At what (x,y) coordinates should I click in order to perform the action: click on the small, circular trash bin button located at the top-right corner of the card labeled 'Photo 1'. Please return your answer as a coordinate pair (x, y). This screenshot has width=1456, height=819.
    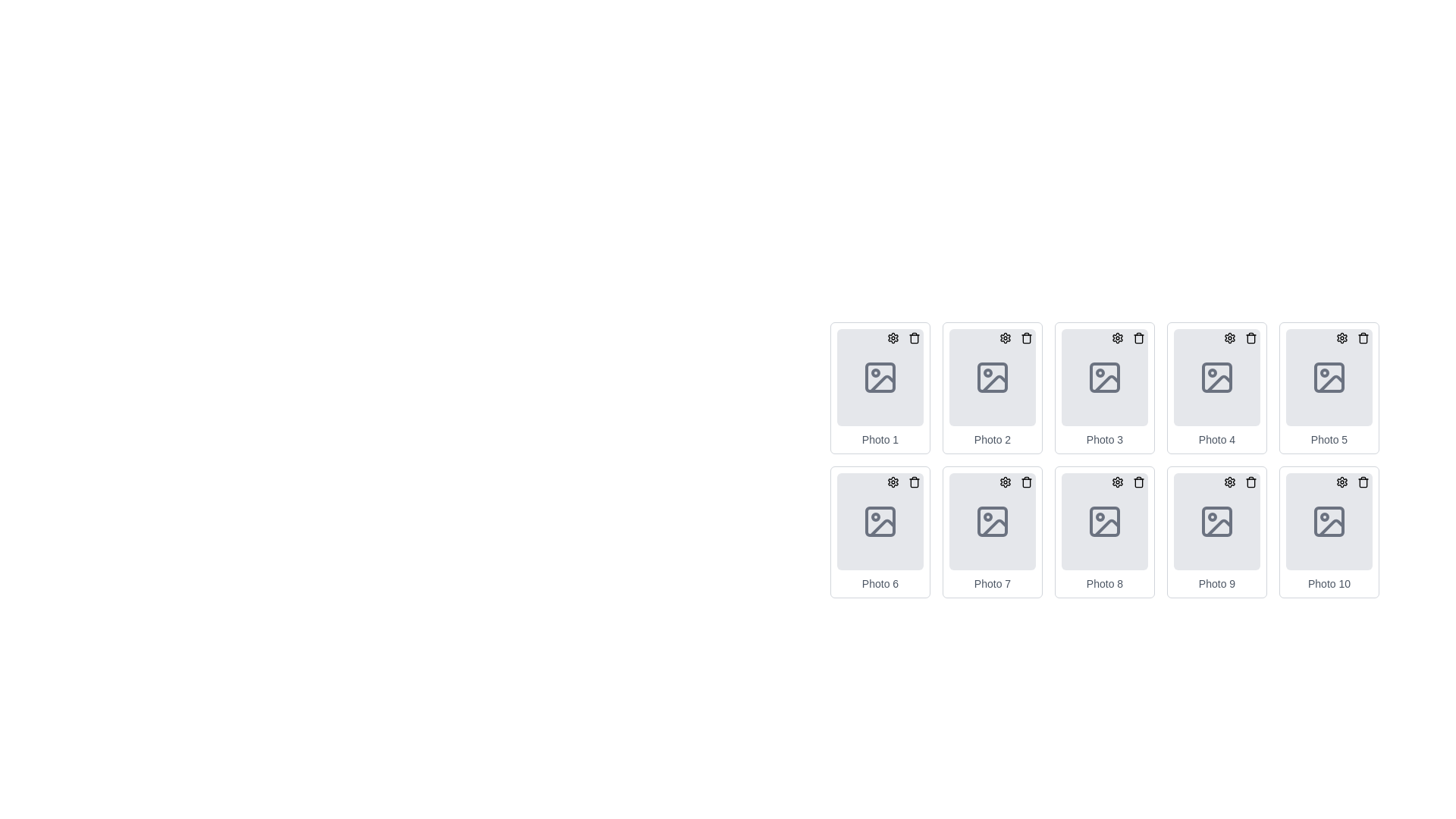
    Looking at the image, I should click on (913, 337).